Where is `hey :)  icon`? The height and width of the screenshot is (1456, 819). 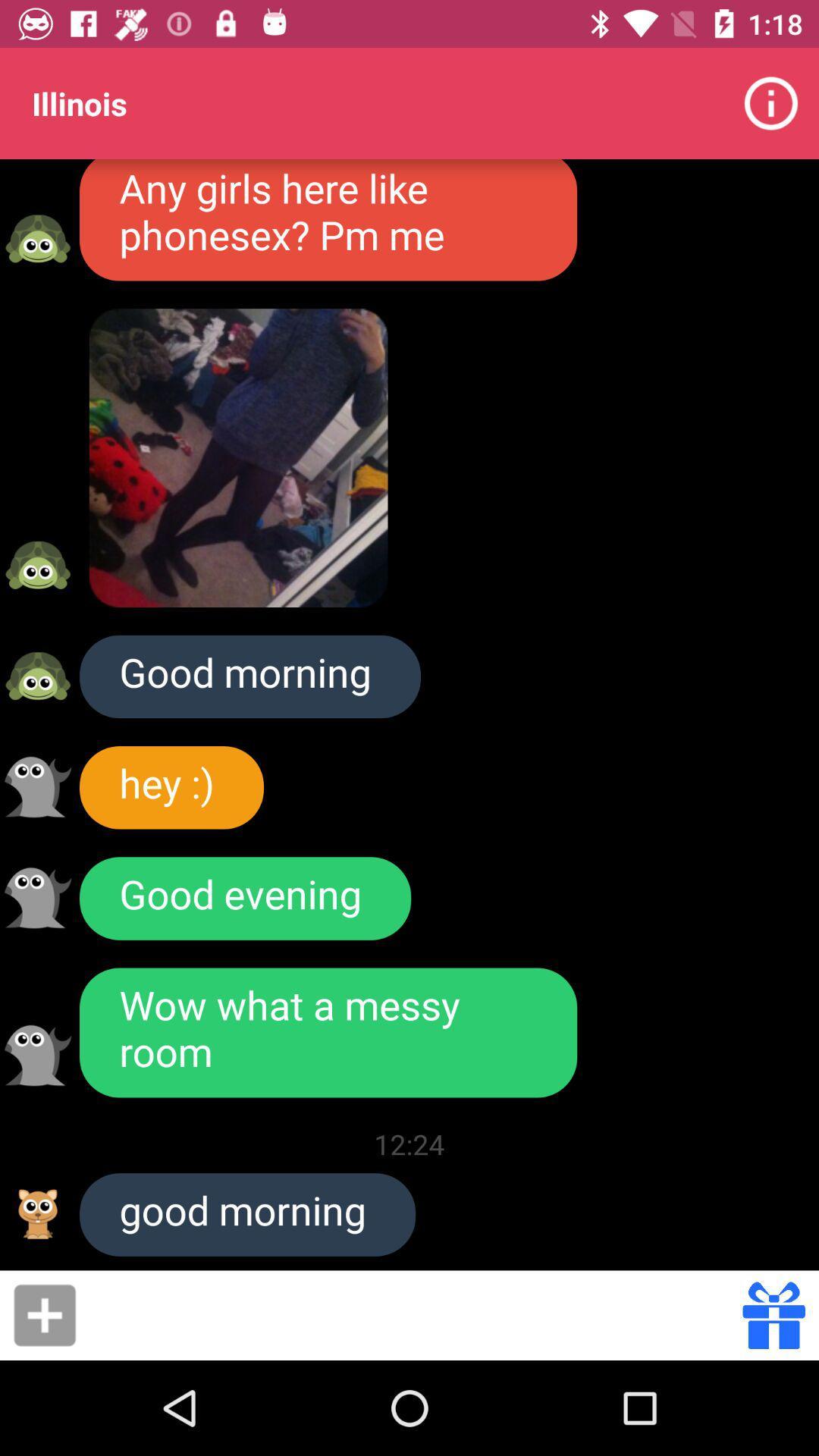 hey :)  icon is located at coordinates (171, 787).